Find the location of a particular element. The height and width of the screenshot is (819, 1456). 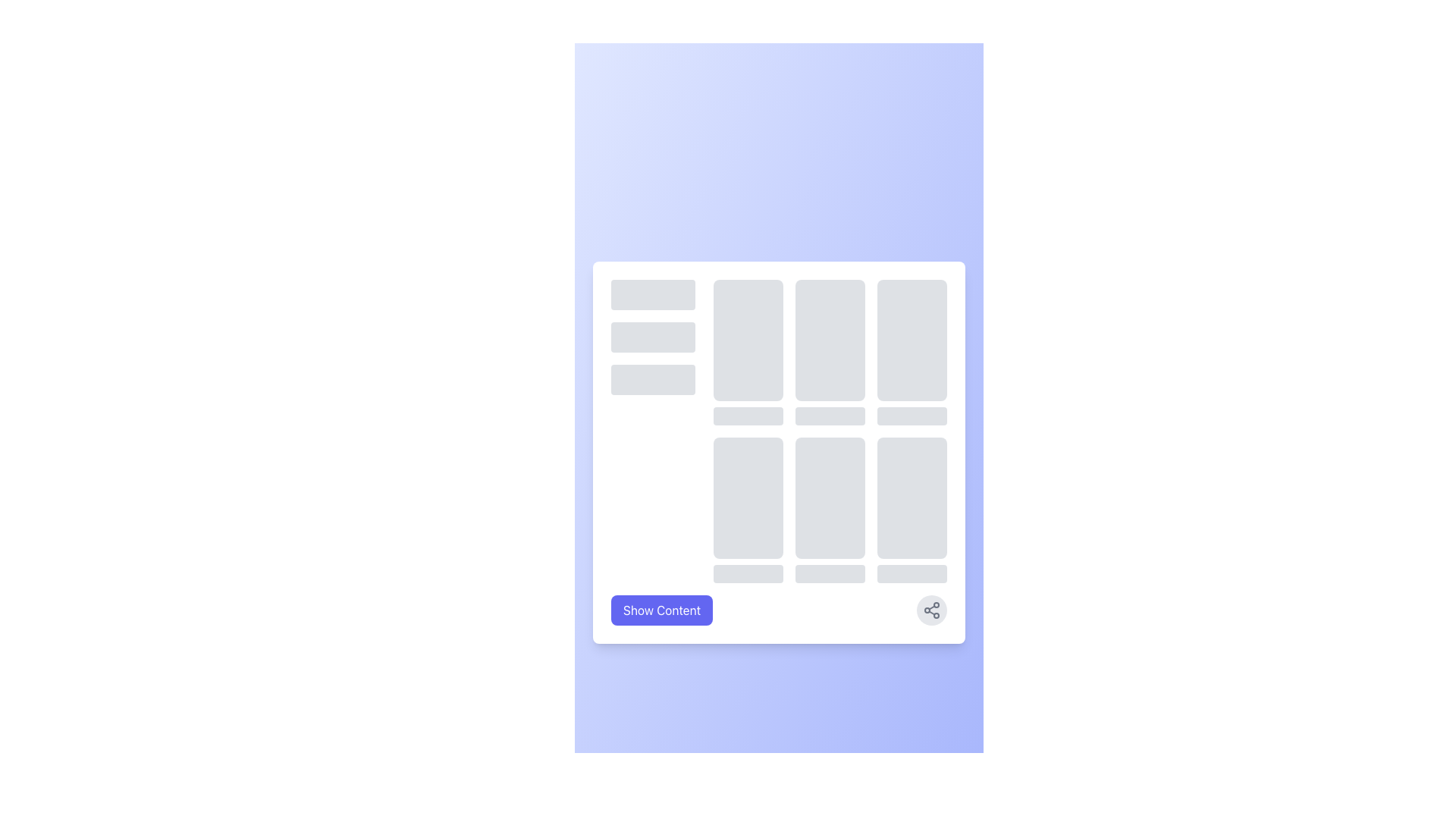

the vertically oriented rectangular block with a light gray background and rounded corners located in the fourth column of the second row is located at coordinates (748, 510).